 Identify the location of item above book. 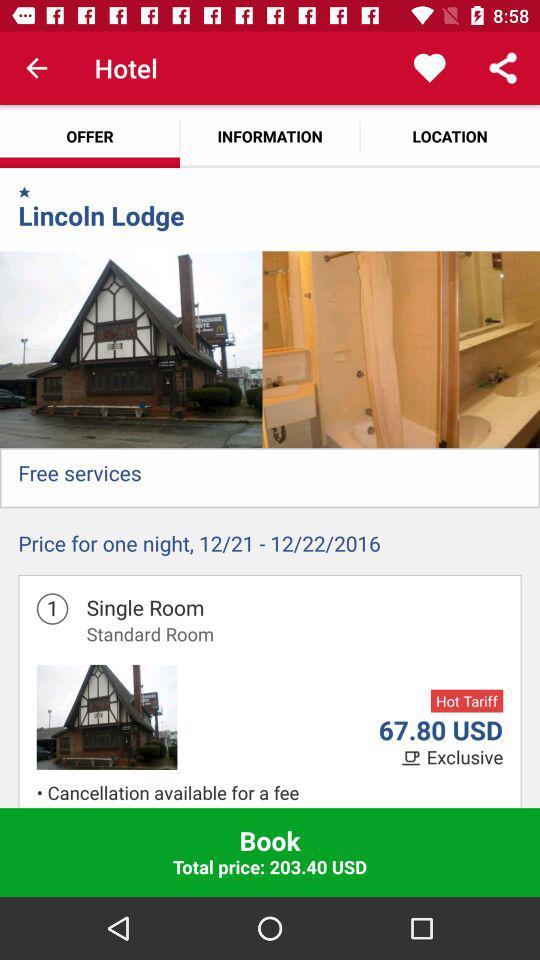
(274, 806).